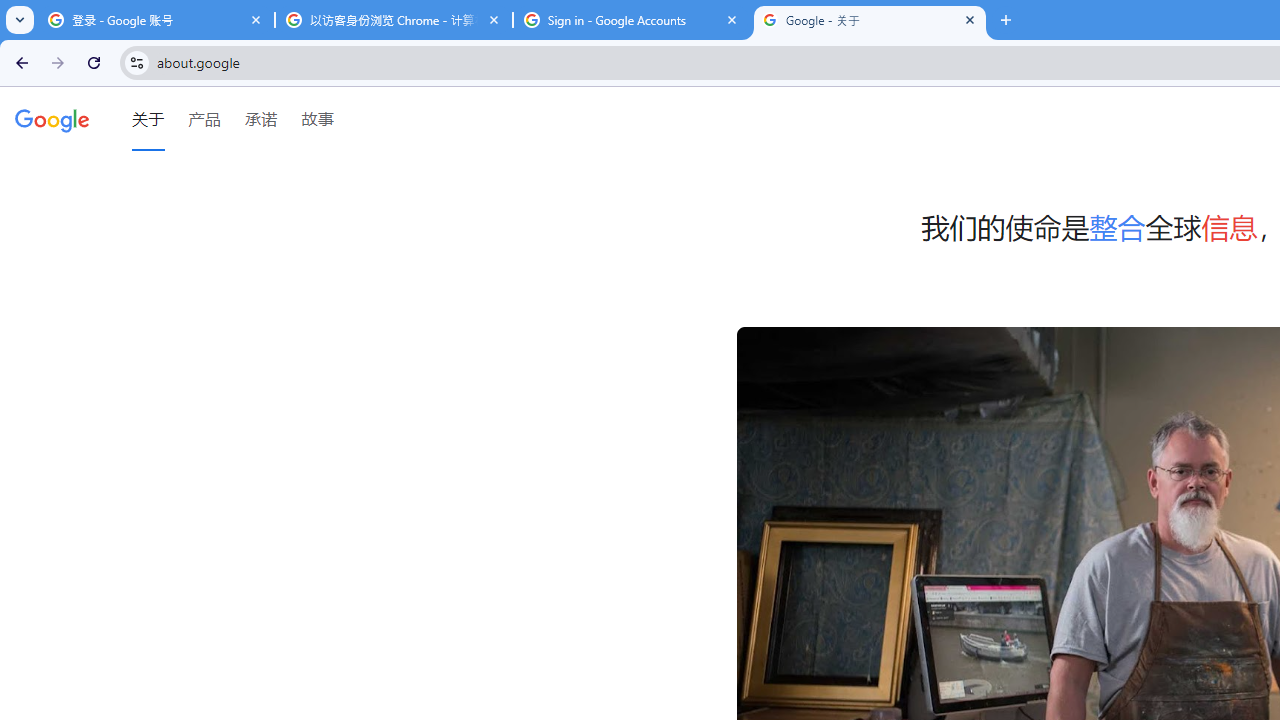 Image resolution: width=1280 pixels, height=720 pixels. What do you see at coordinates (52, 119) in the screenshot?
I see `'Google'` at bounding box center [52, 119].